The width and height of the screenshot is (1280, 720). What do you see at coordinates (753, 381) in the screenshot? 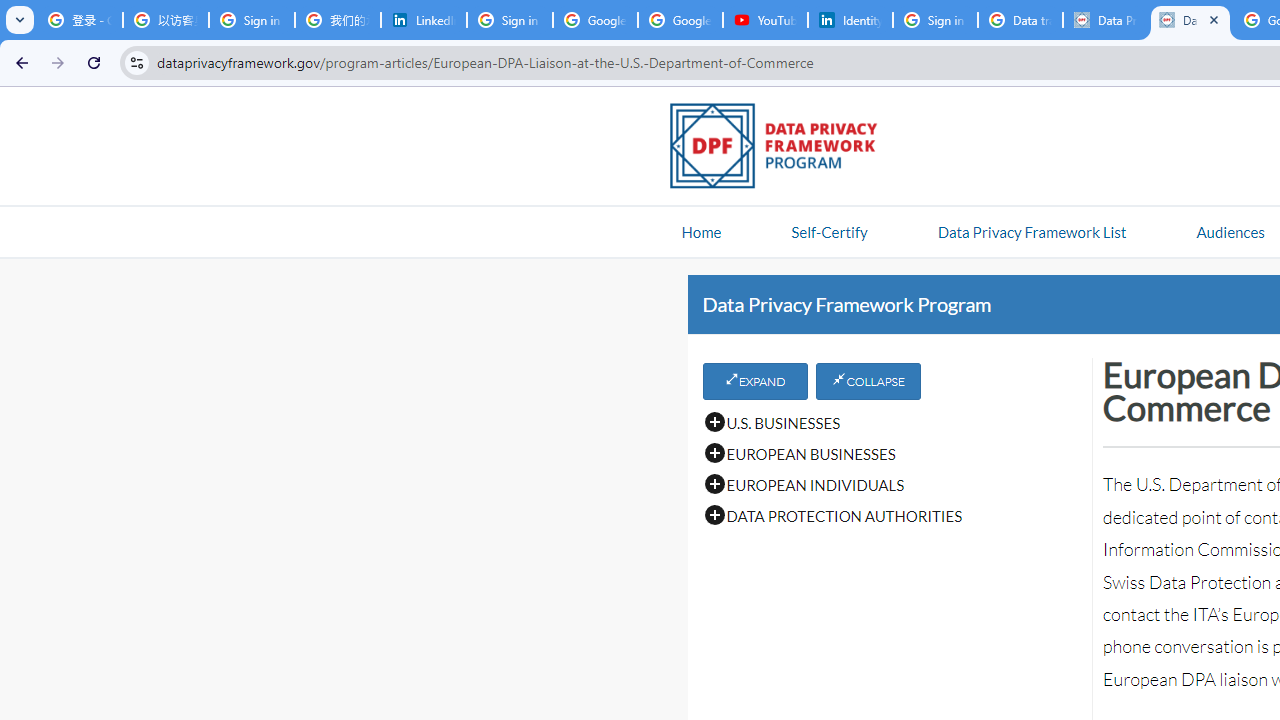
I see `'EXPAND'` at bounding box center [753, 381].